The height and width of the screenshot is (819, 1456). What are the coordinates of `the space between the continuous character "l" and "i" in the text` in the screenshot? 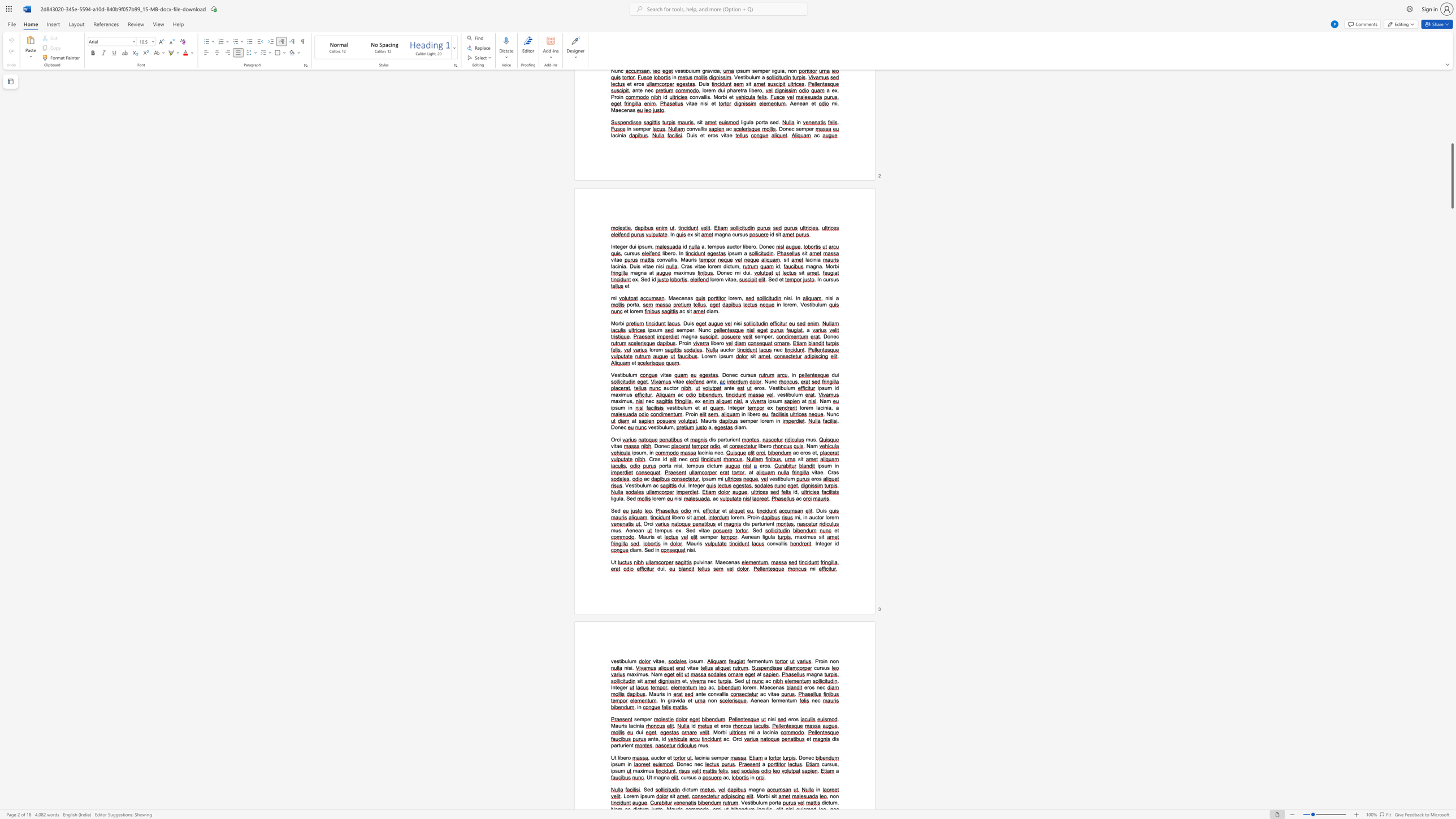 It's located at (619, 757).